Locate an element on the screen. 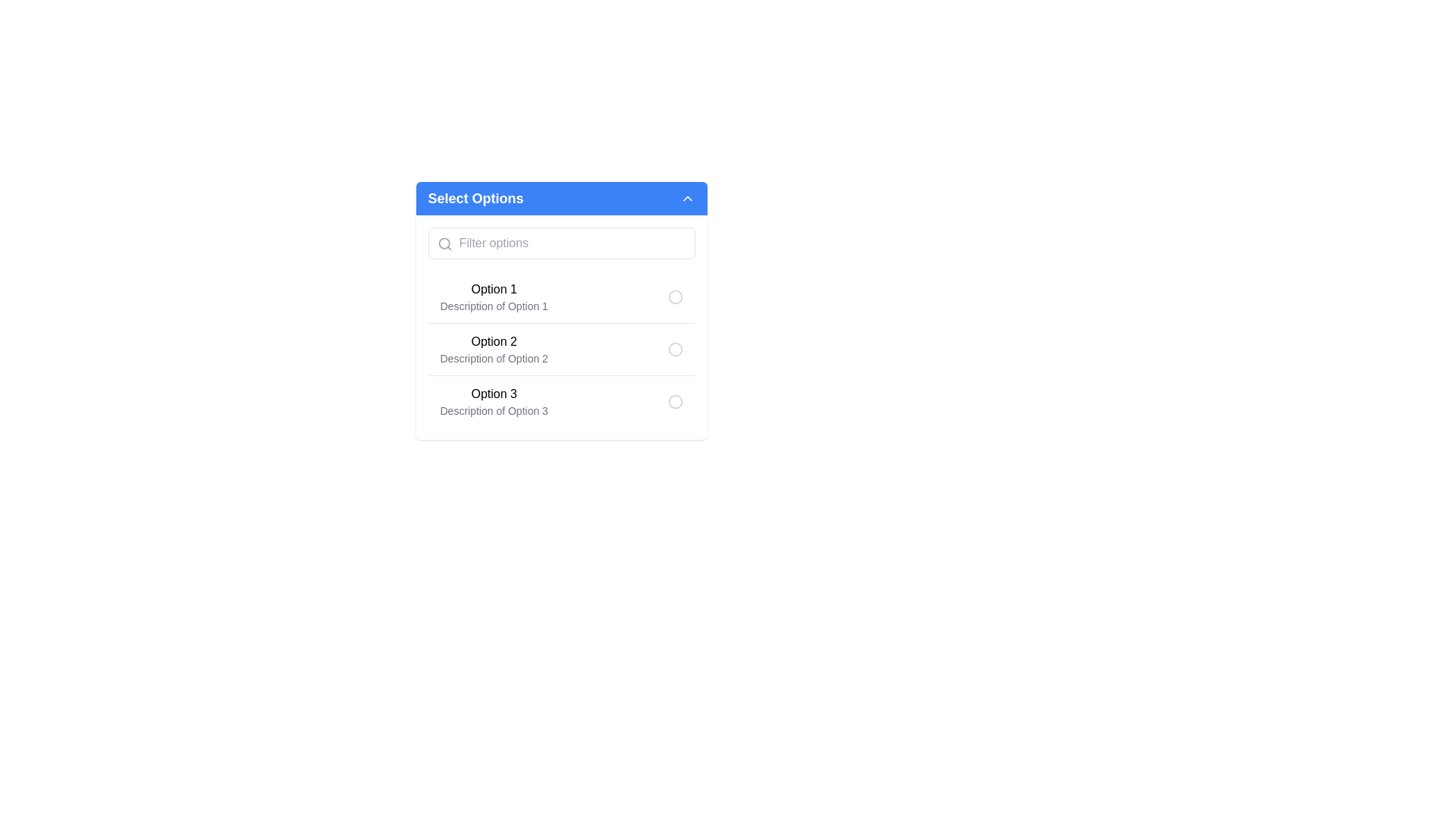 This screenshot has width=1456, height=819. the topmost menu option labeled 'Option 1' in the dropdown-style menu is located at coordinates (494, 297).